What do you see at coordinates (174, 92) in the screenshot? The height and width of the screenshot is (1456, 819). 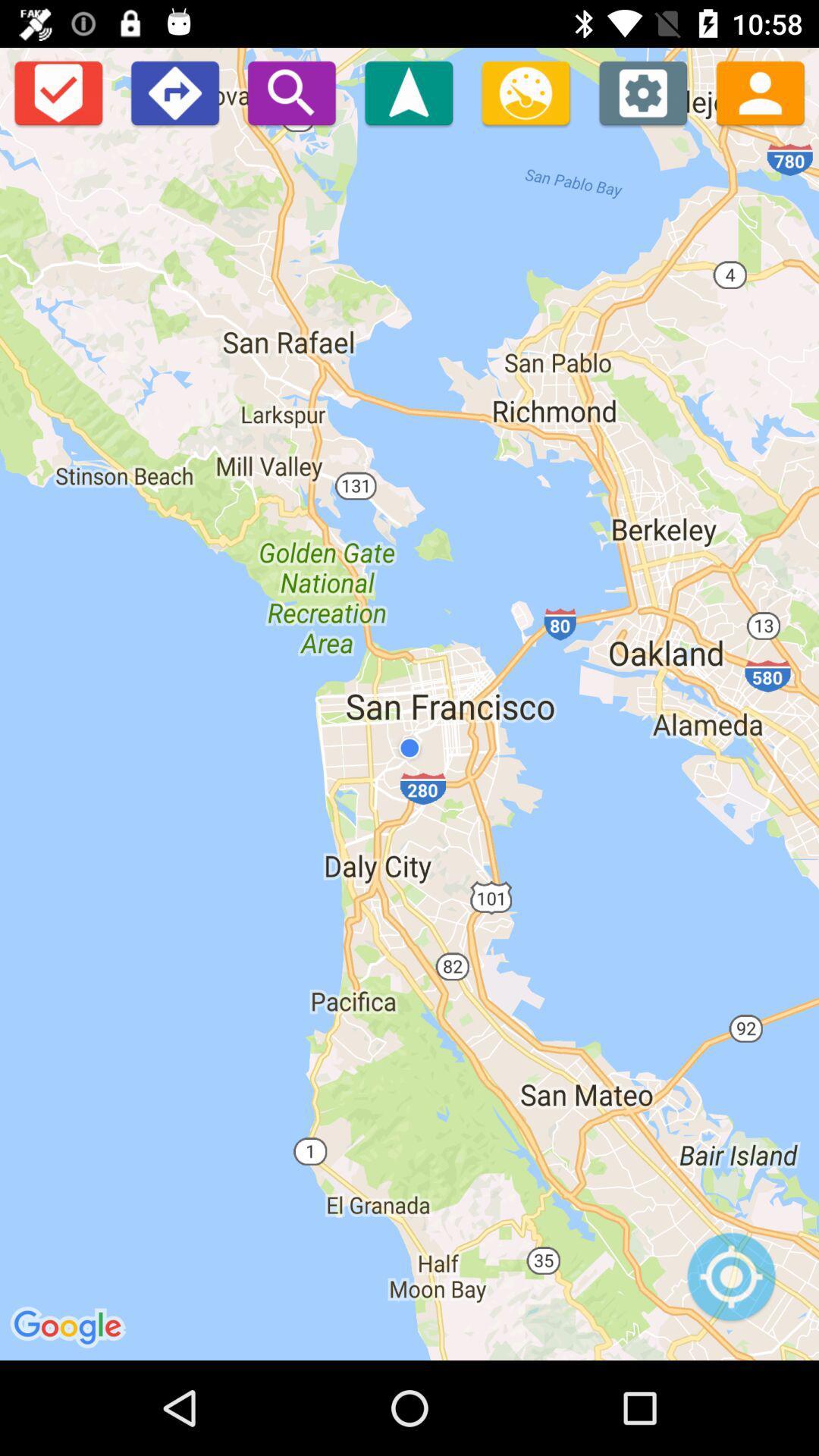 I see `go back` at bounding box center [174, 92].